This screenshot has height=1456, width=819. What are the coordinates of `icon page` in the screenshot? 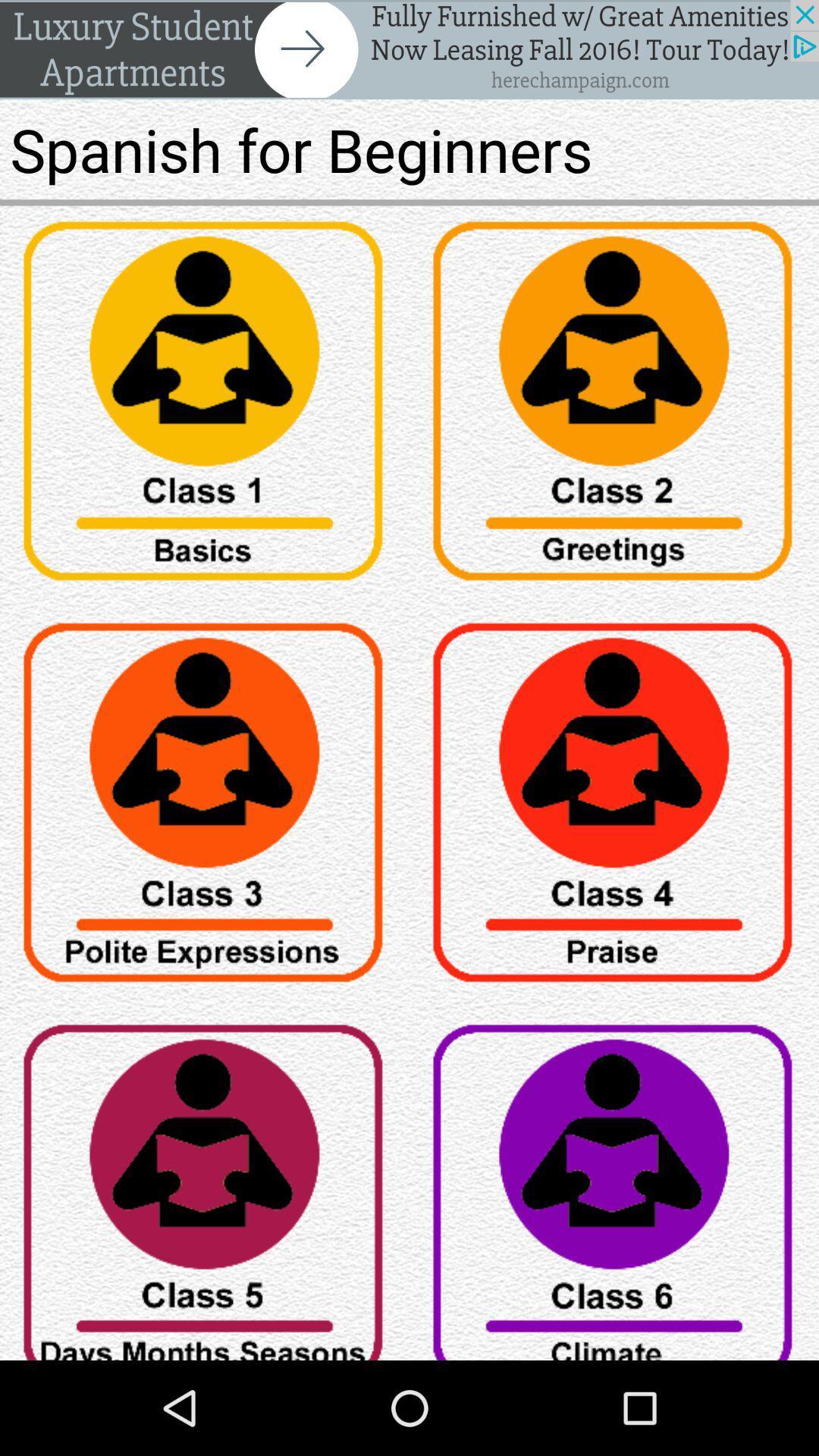 It's located at (614, 807).